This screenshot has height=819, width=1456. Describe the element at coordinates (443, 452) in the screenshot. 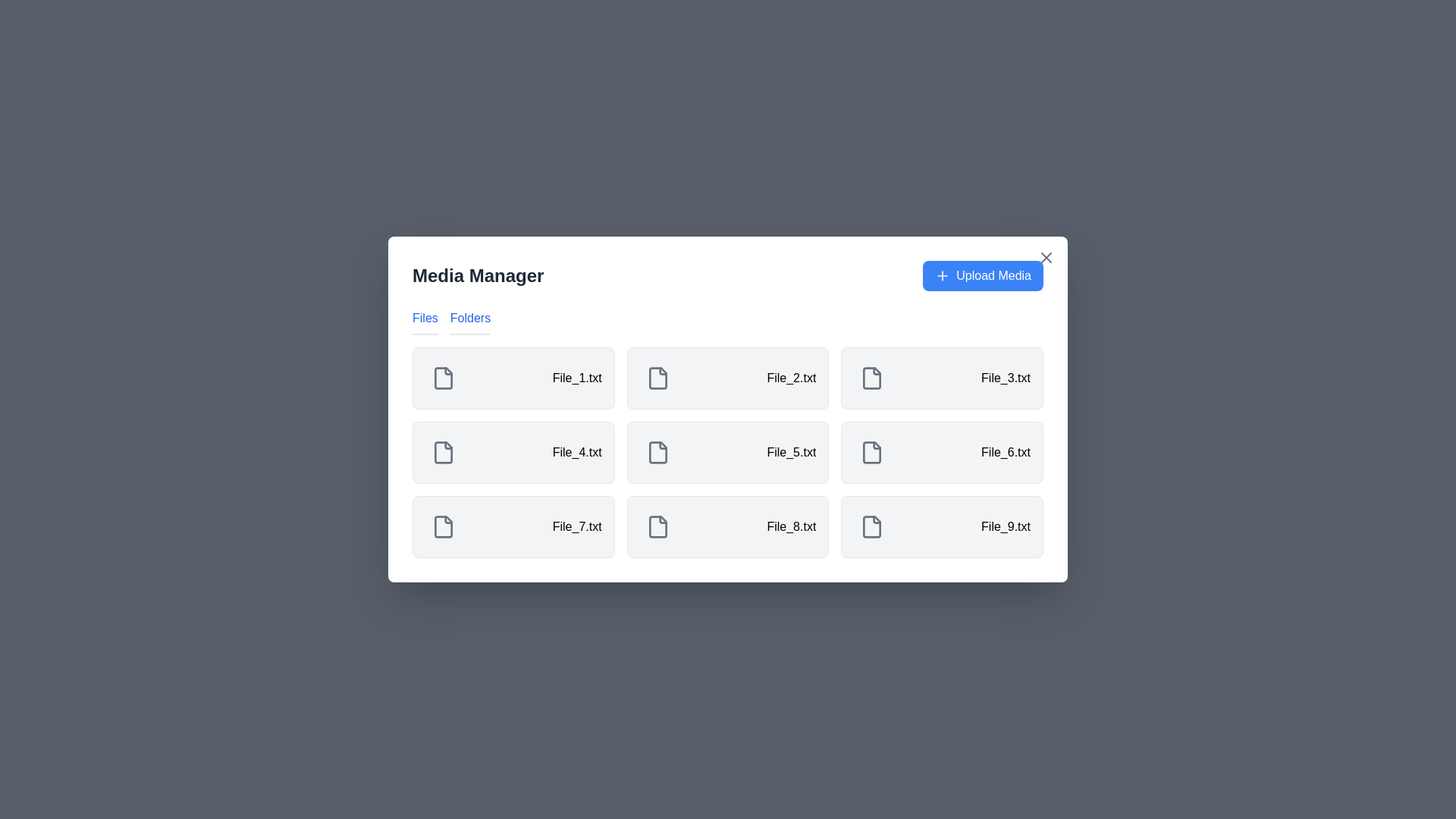

I see `the icon representing the file 'File_4.txt', which is located in the second row of the grid layout in the media manager interface` at that location.